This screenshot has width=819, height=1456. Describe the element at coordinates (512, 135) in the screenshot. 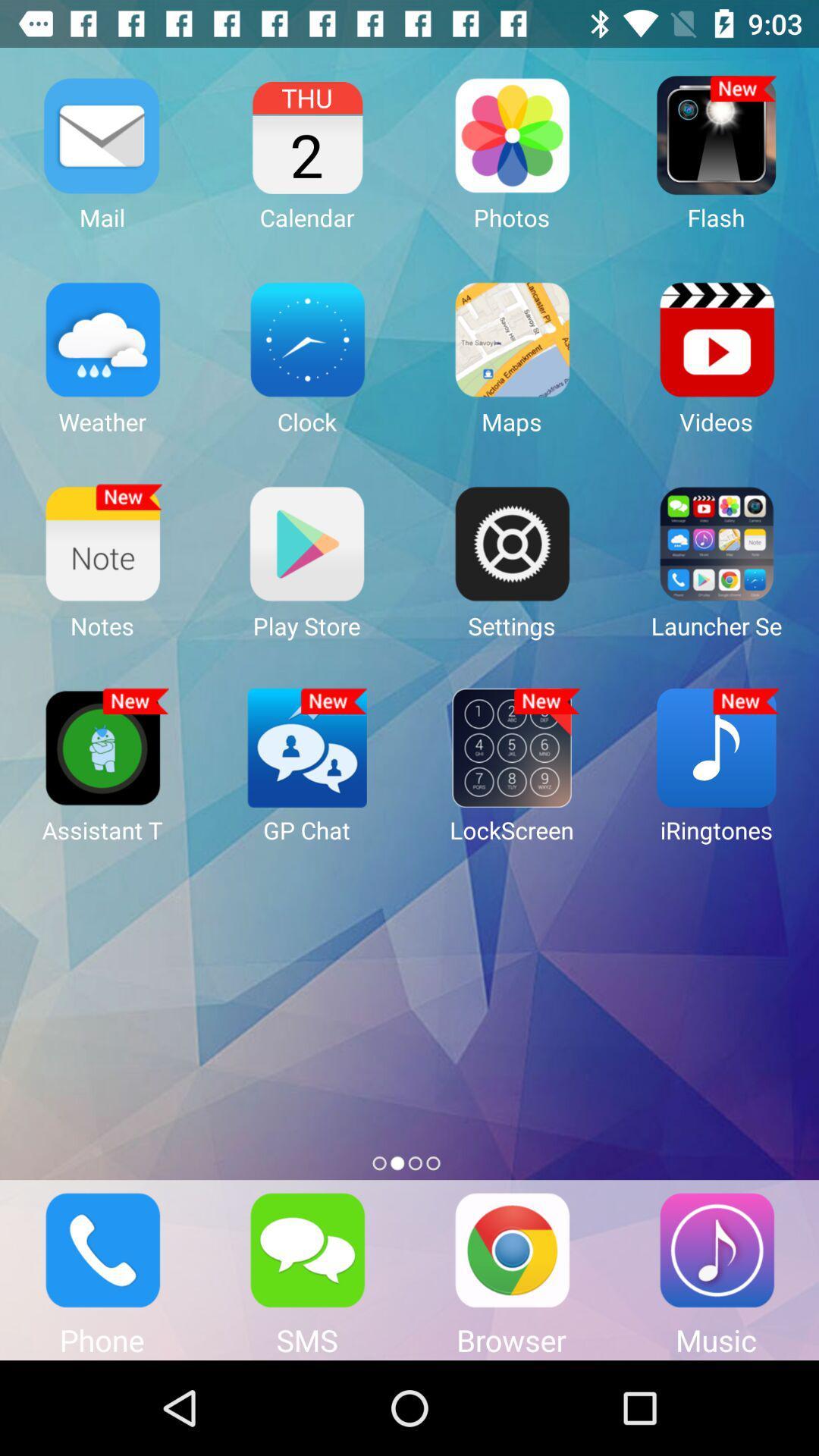

I see `the photos icon` at that location.